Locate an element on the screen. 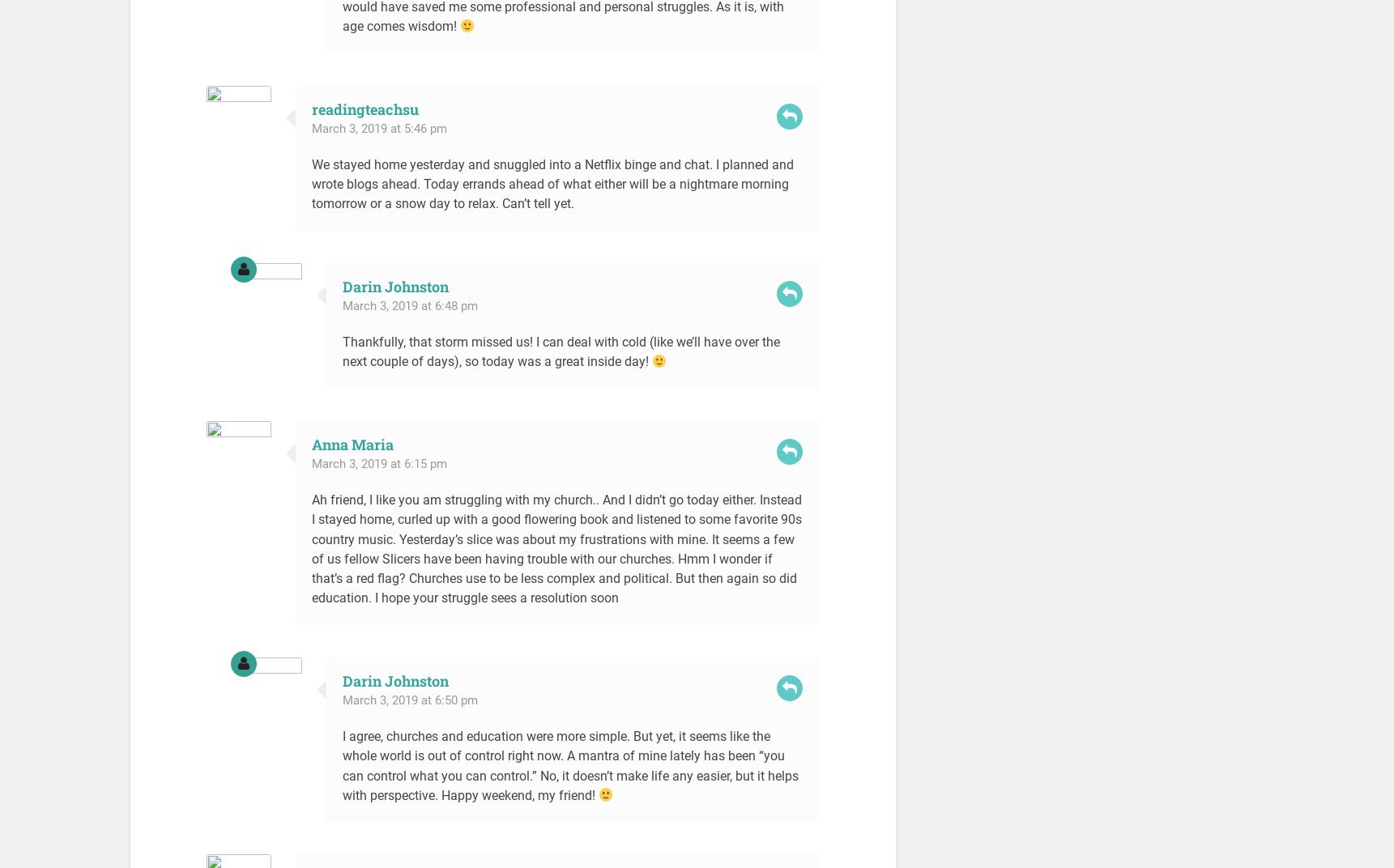 This screenshot has height=868, width=1394. 'Thankfully, that storm missed us! I can deal with cold (like we’ll have over the next couple of days), so today was a great inside day!' is located at coordinates (560, 351).